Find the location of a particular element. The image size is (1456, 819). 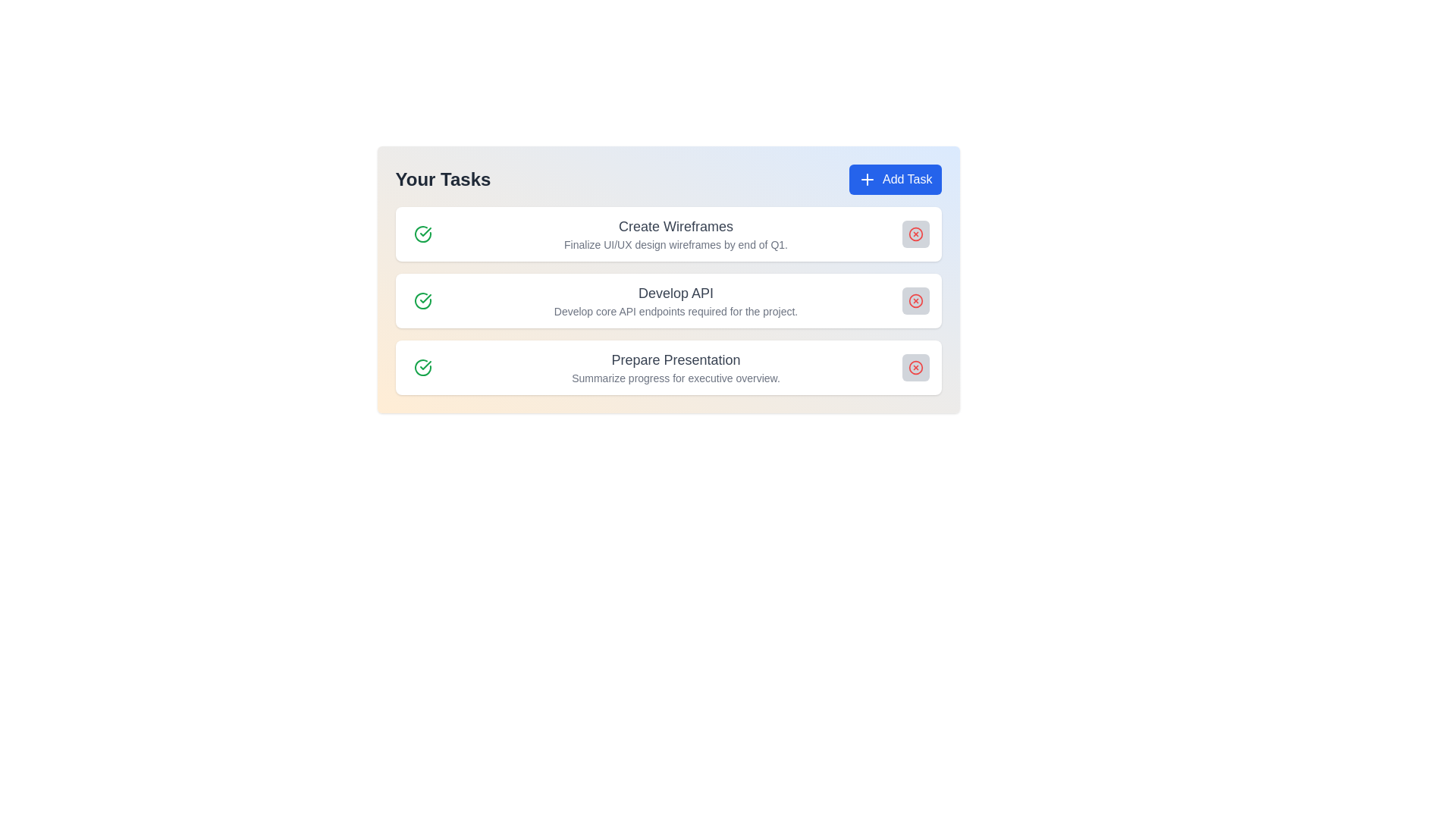

the completion icon located at the beginning of the task description row labeled 'Create Wireframes', which is positioned to the left of the text 'Create Wireframes' is located at coordinates (422, 234).